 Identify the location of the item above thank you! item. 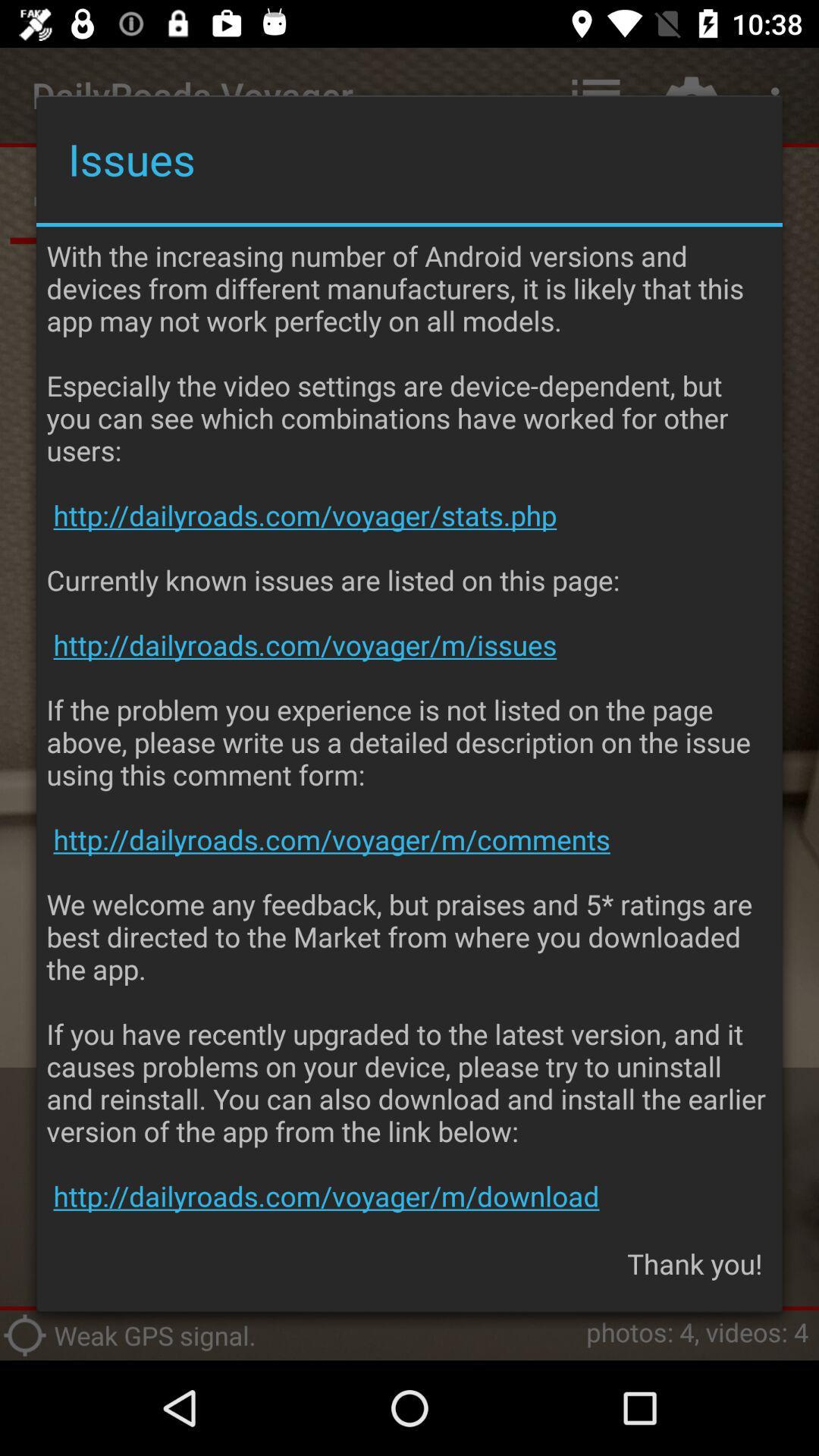
(409, 725).